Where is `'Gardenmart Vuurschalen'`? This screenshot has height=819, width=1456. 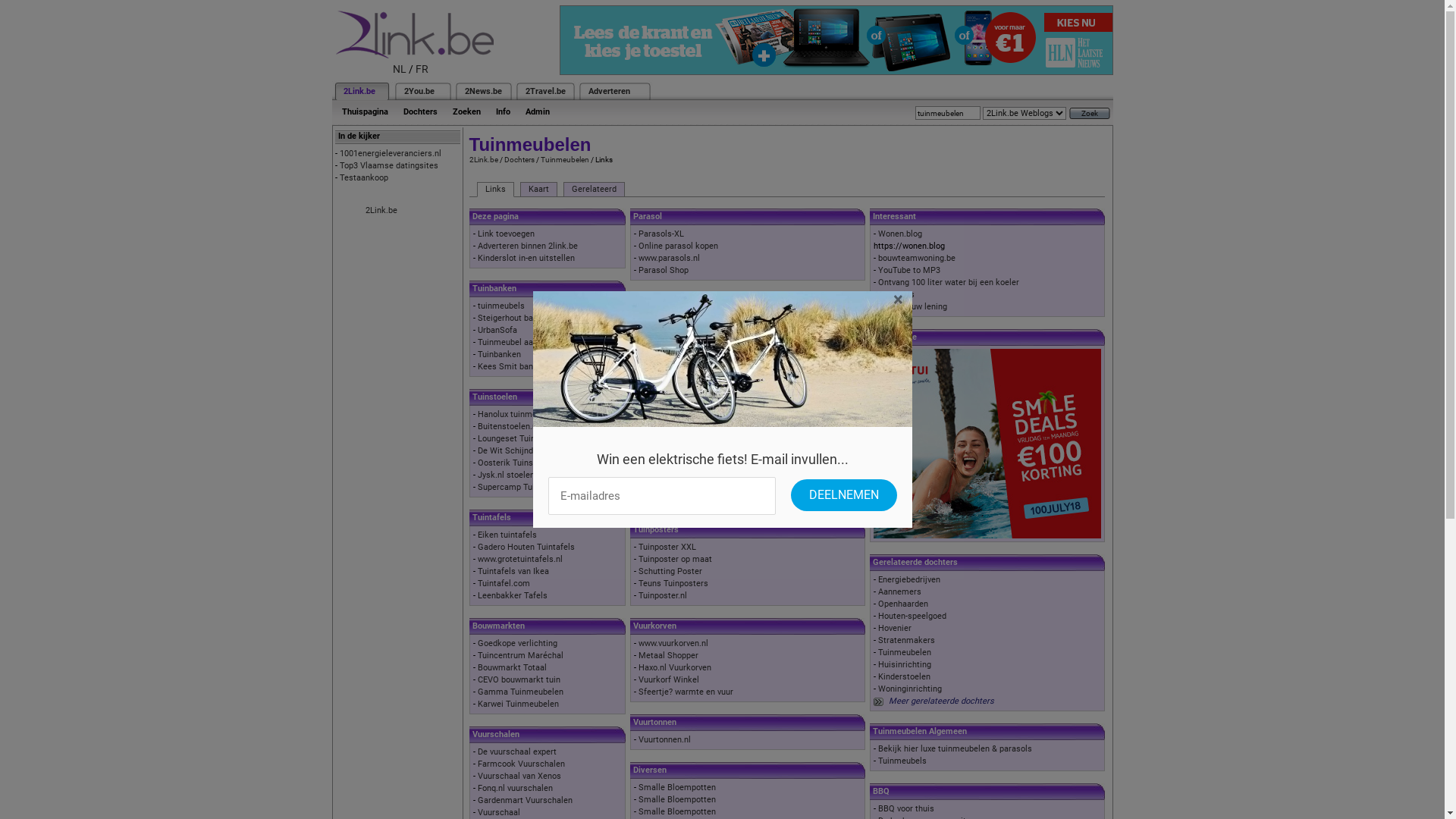
'Gardenmart Vuurschalen' is located at coordinates (476, 799).